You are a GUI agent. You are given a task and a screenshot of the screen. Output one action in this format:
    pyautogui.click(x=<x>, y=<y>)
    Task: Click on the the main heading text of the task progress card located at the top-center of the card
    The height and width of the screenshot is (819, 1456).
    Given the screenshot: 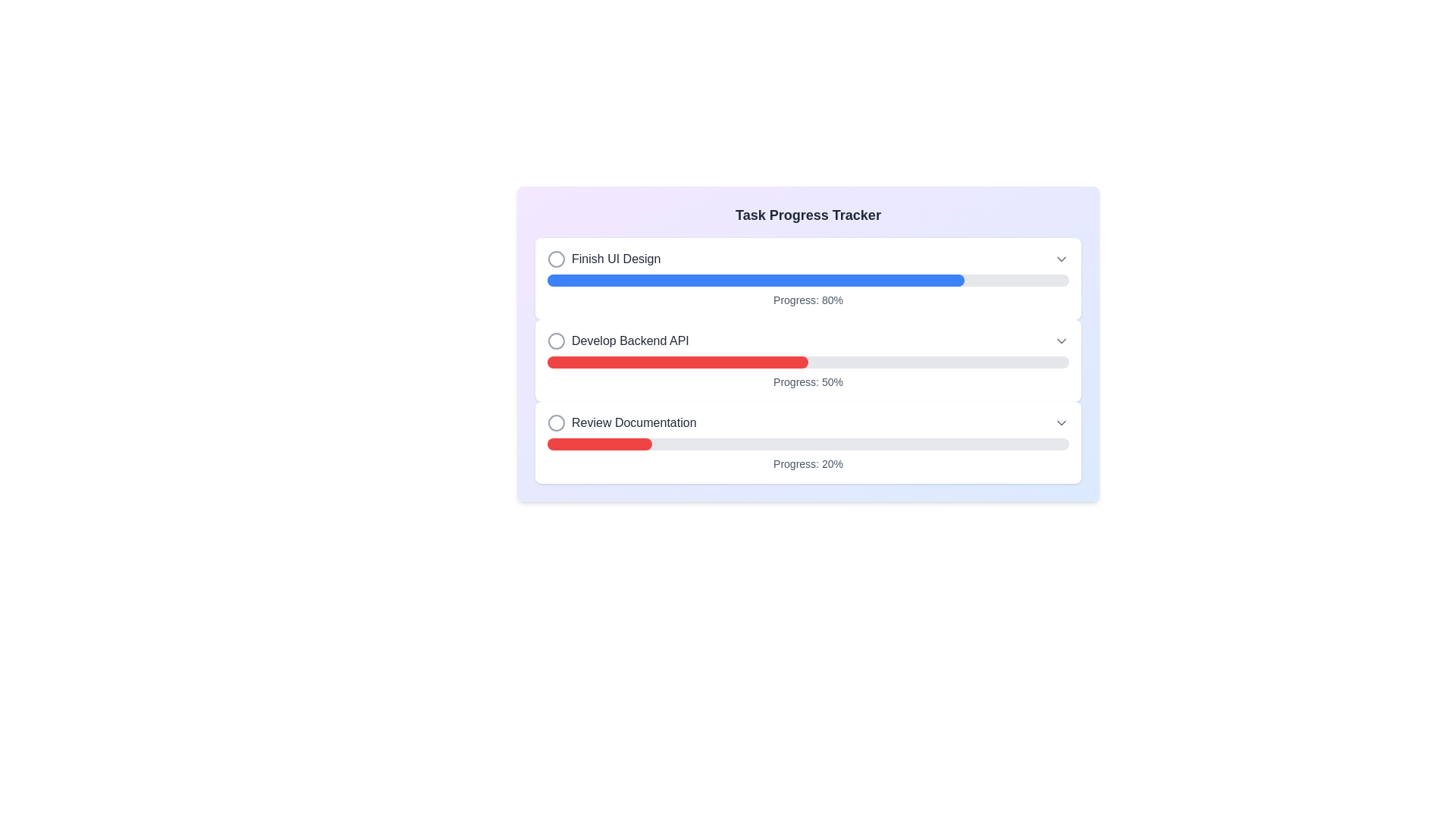 What is the action you would take?
    pyautogui.click(x=807, y=215)
    